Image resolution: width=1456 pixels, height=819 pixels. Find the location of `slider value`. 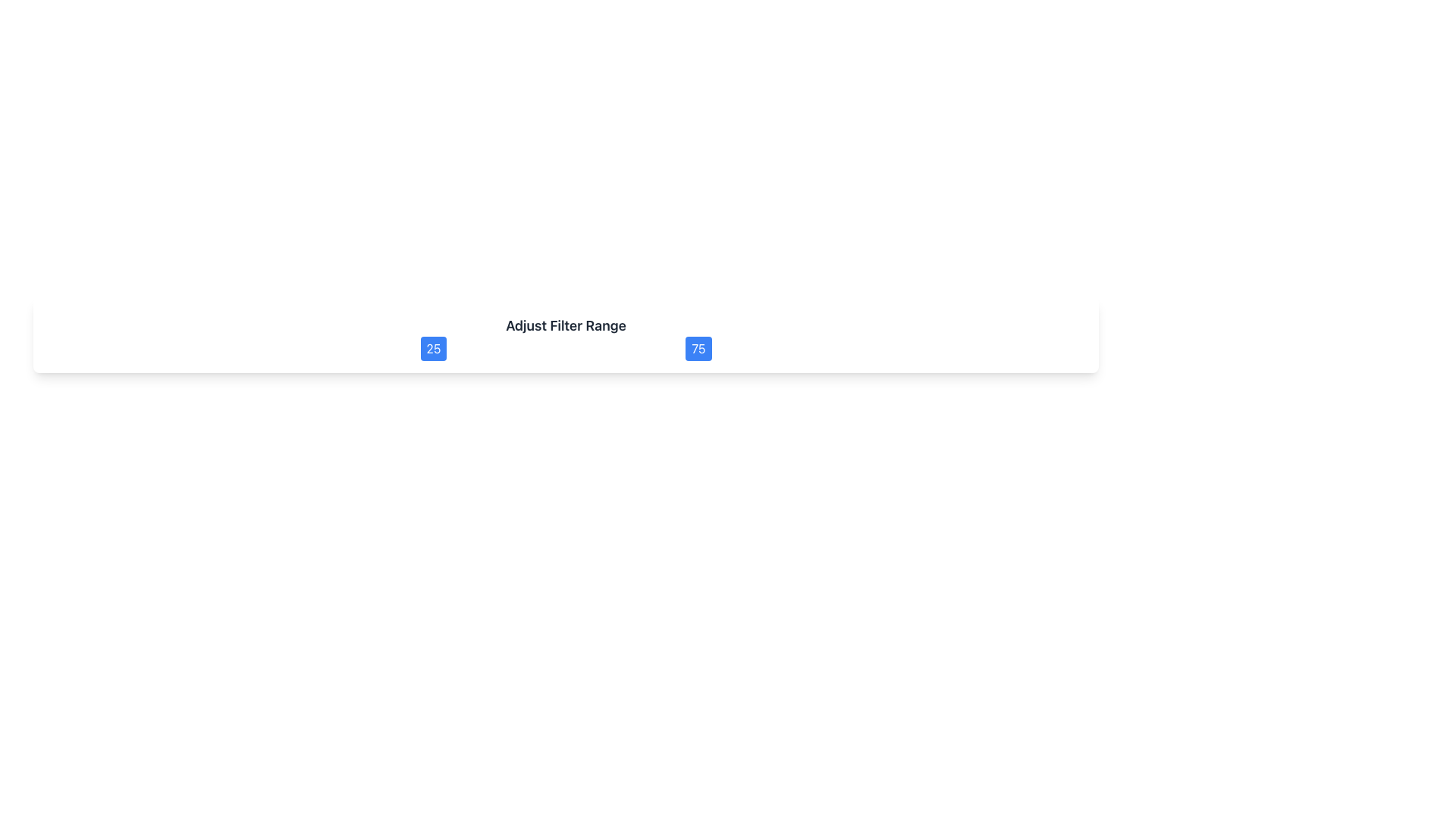

slider value is located at coordinates (639, 356).